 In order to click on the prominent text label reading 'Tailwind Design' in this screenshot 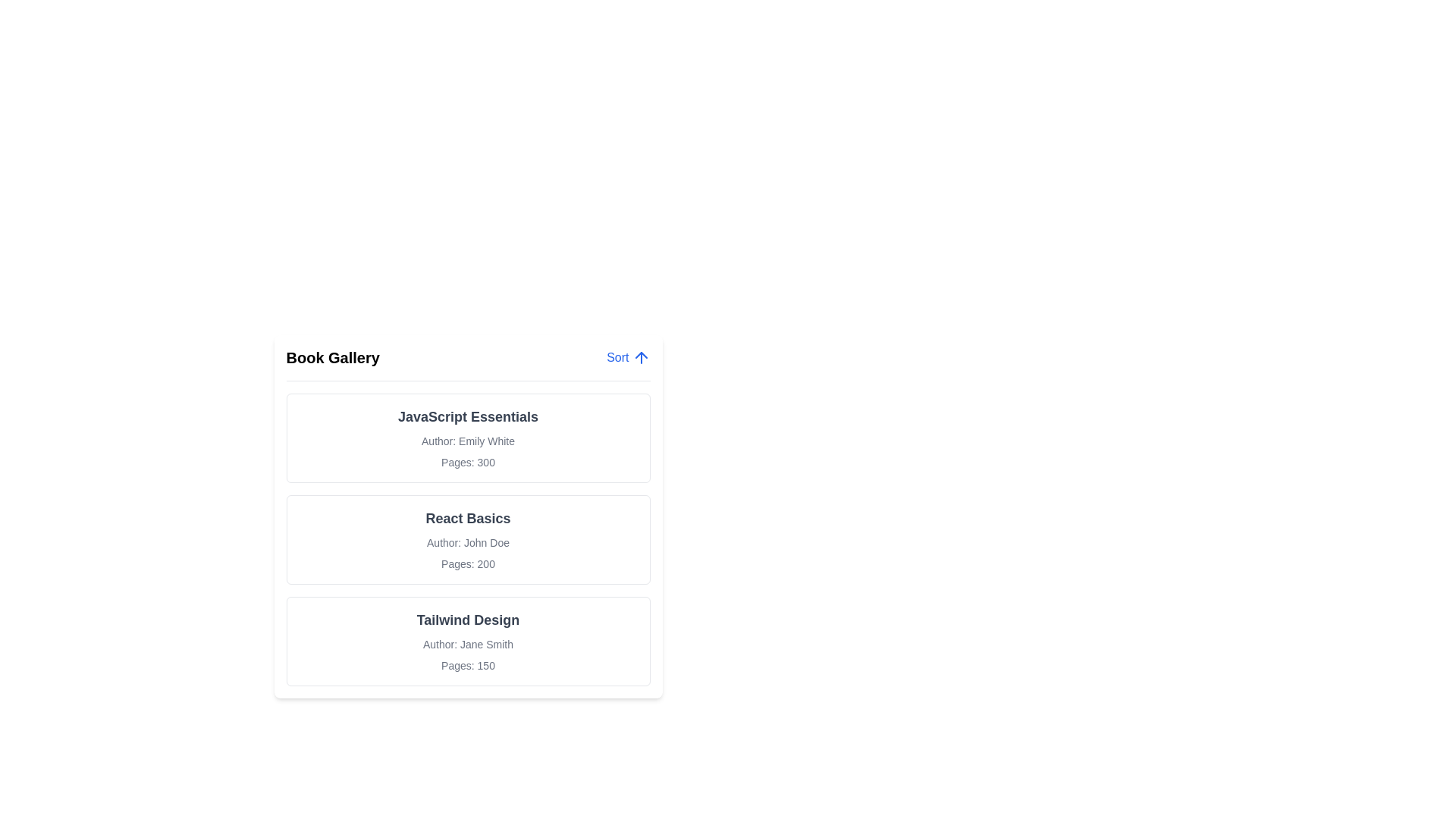, I will do `click(467, 620)`.